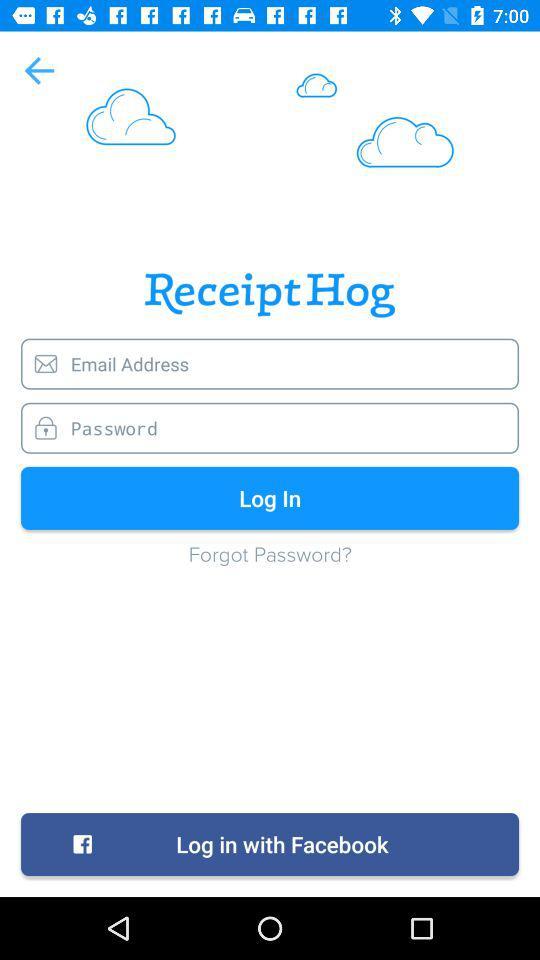 Image resolution: width=540 pixels, height=960 pixels. I want to click on the icon below the log in, so click(270, 563).